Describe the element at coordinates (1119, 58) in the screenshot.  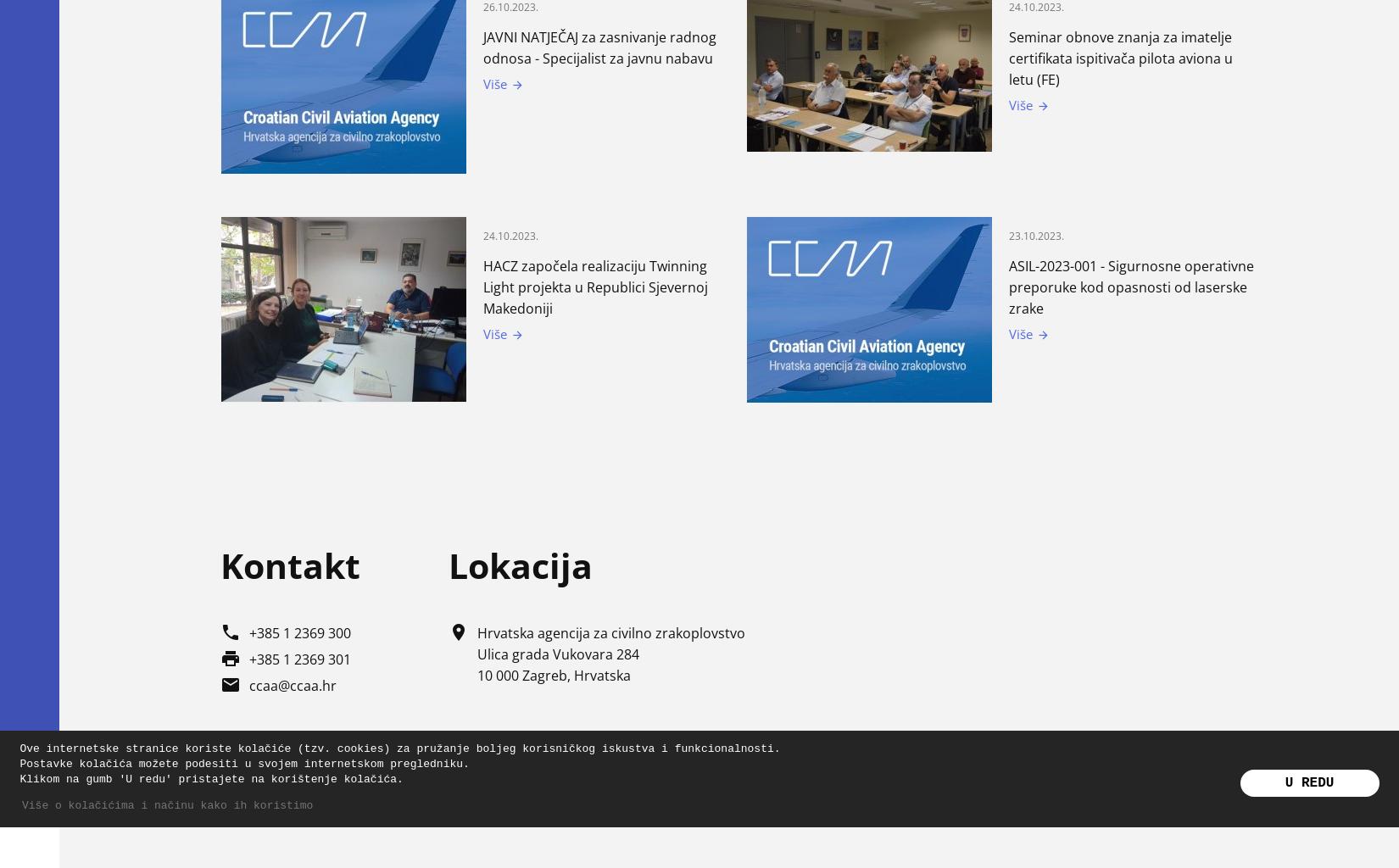
I see `'Seminar obnove znanja za imatelje certifikata ispitivača pilota aviona u letu (FE)'` at that location.